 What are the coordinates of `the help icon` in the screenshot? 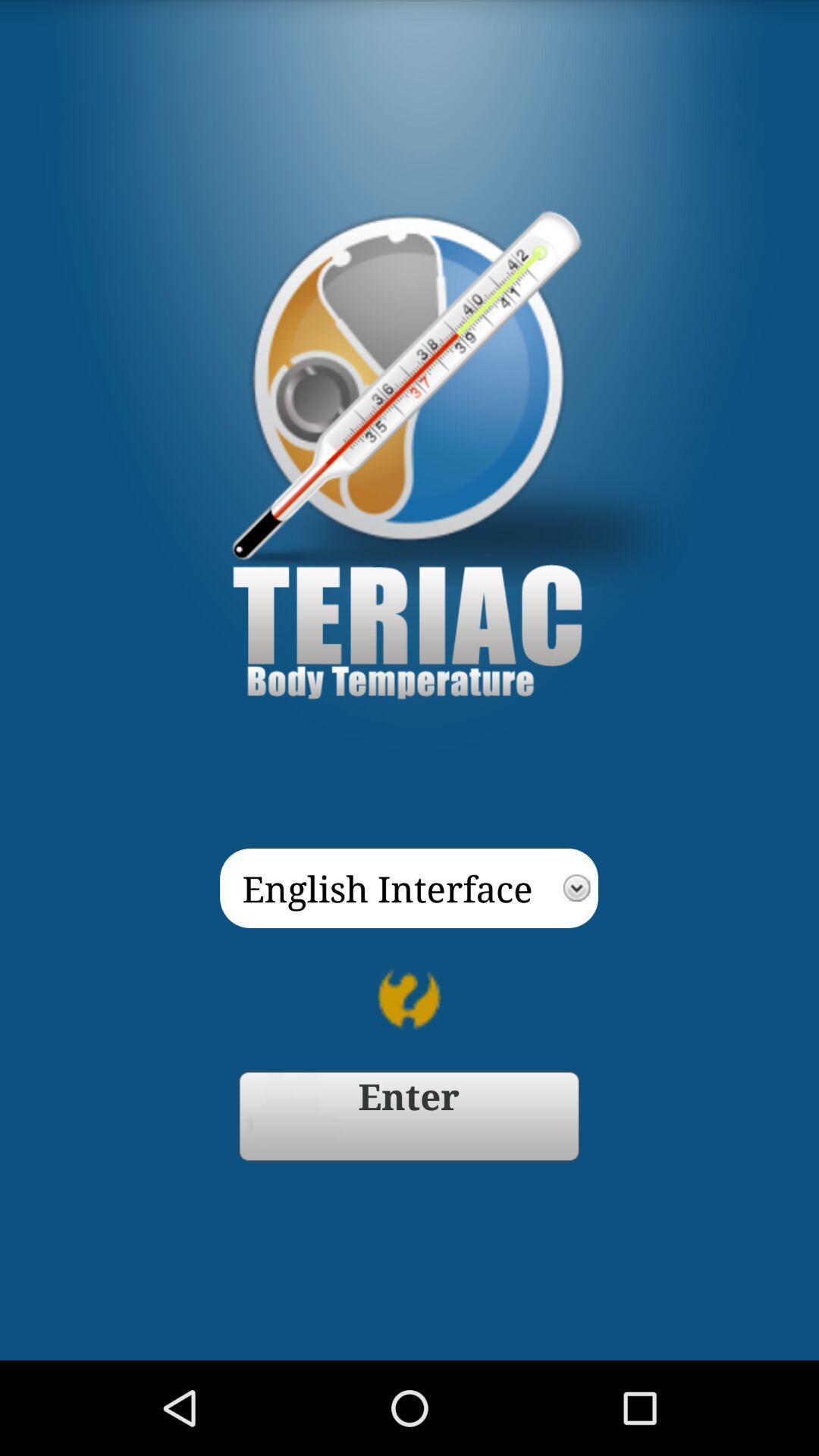 It's located at (409, 1069).